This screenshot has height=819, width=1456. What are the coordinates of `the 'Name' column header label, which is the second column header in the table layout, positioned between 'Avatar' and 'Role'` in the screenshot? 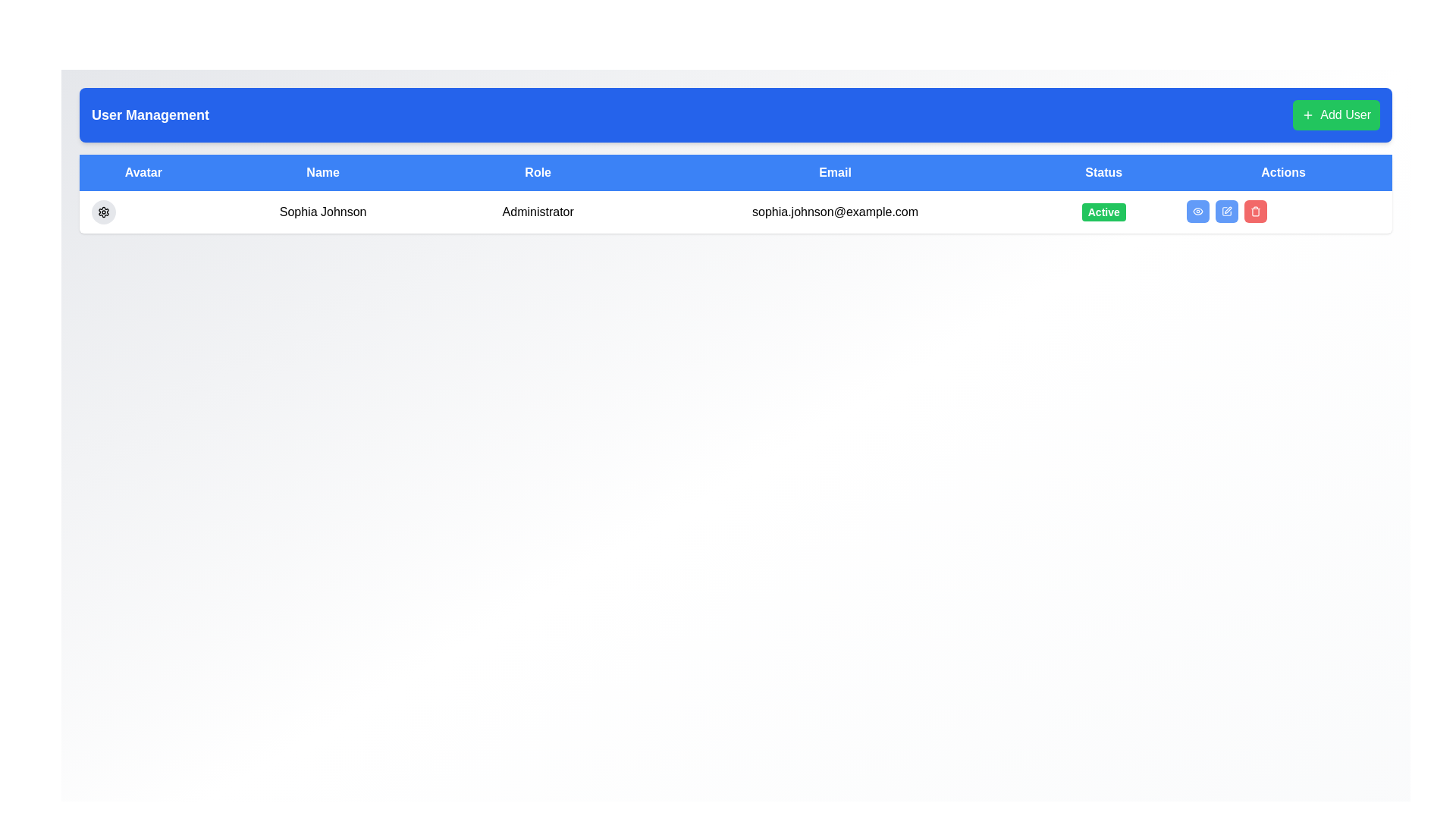 It's located at (322, 171).